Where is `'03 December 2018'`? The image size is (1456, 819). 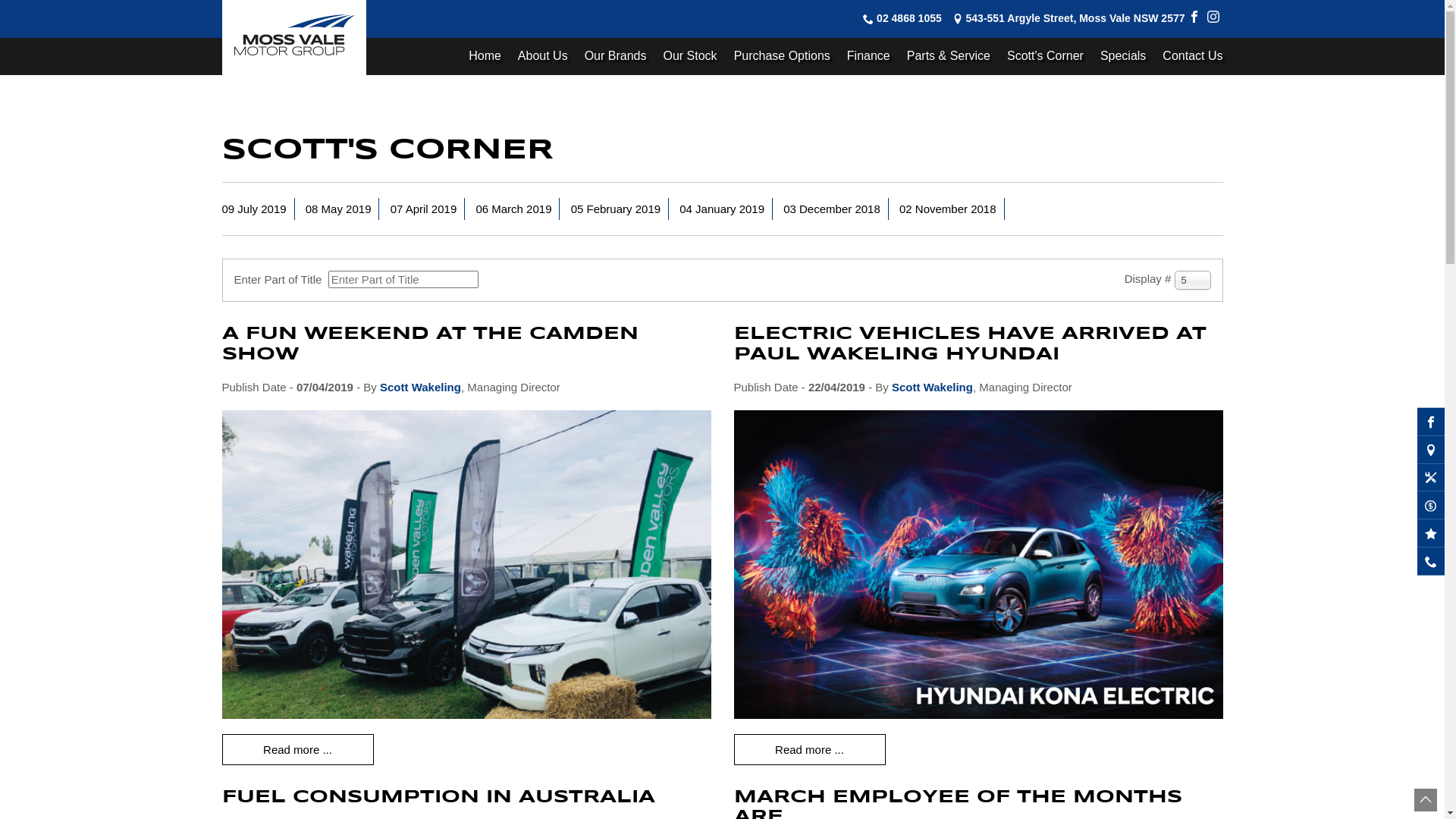 '03 December 2018' is located at coordinates (831, 209).